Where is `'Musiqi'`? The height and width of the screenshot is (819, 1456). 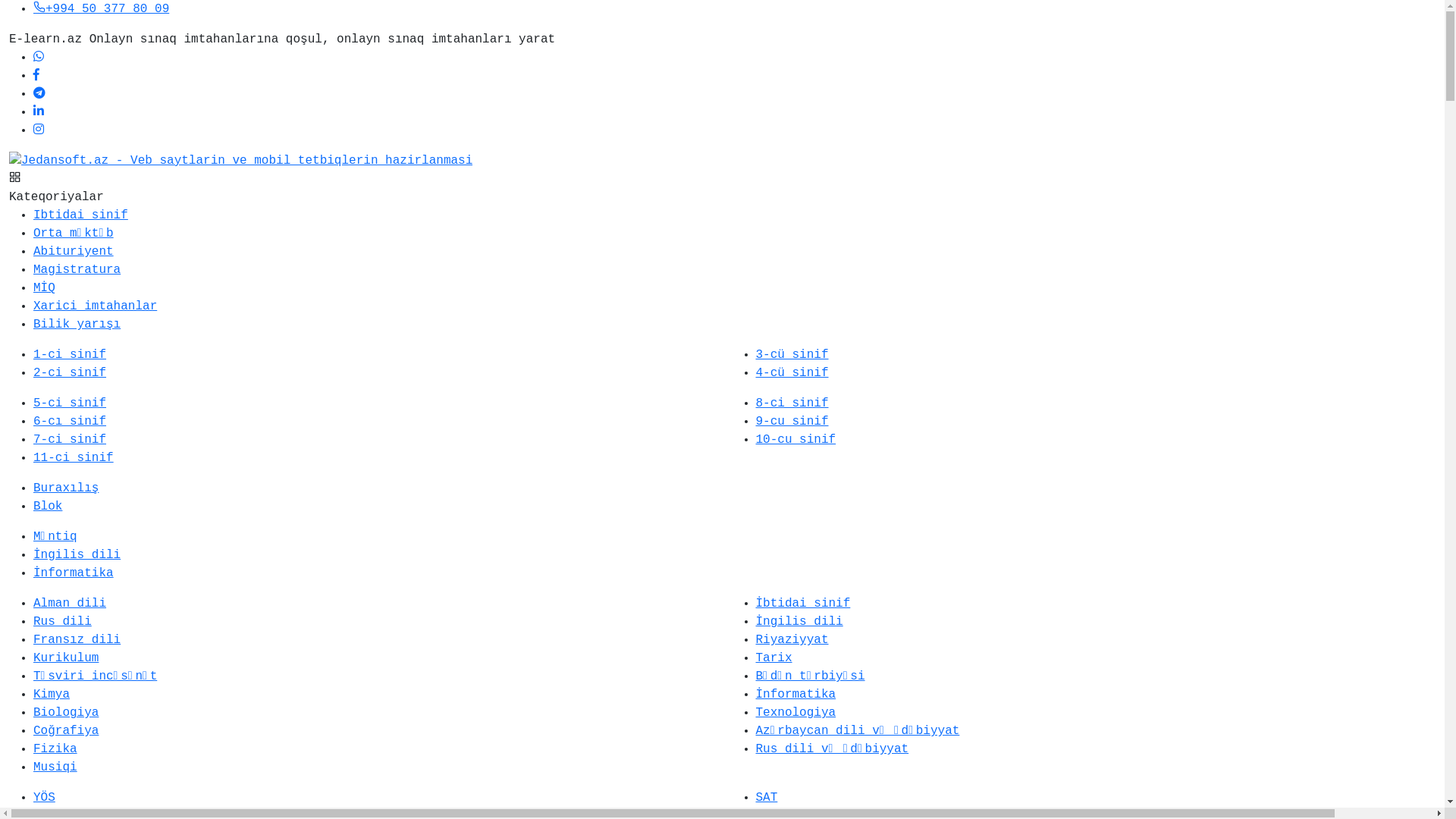 'Musiqi' is located at coordinates (33, 767).